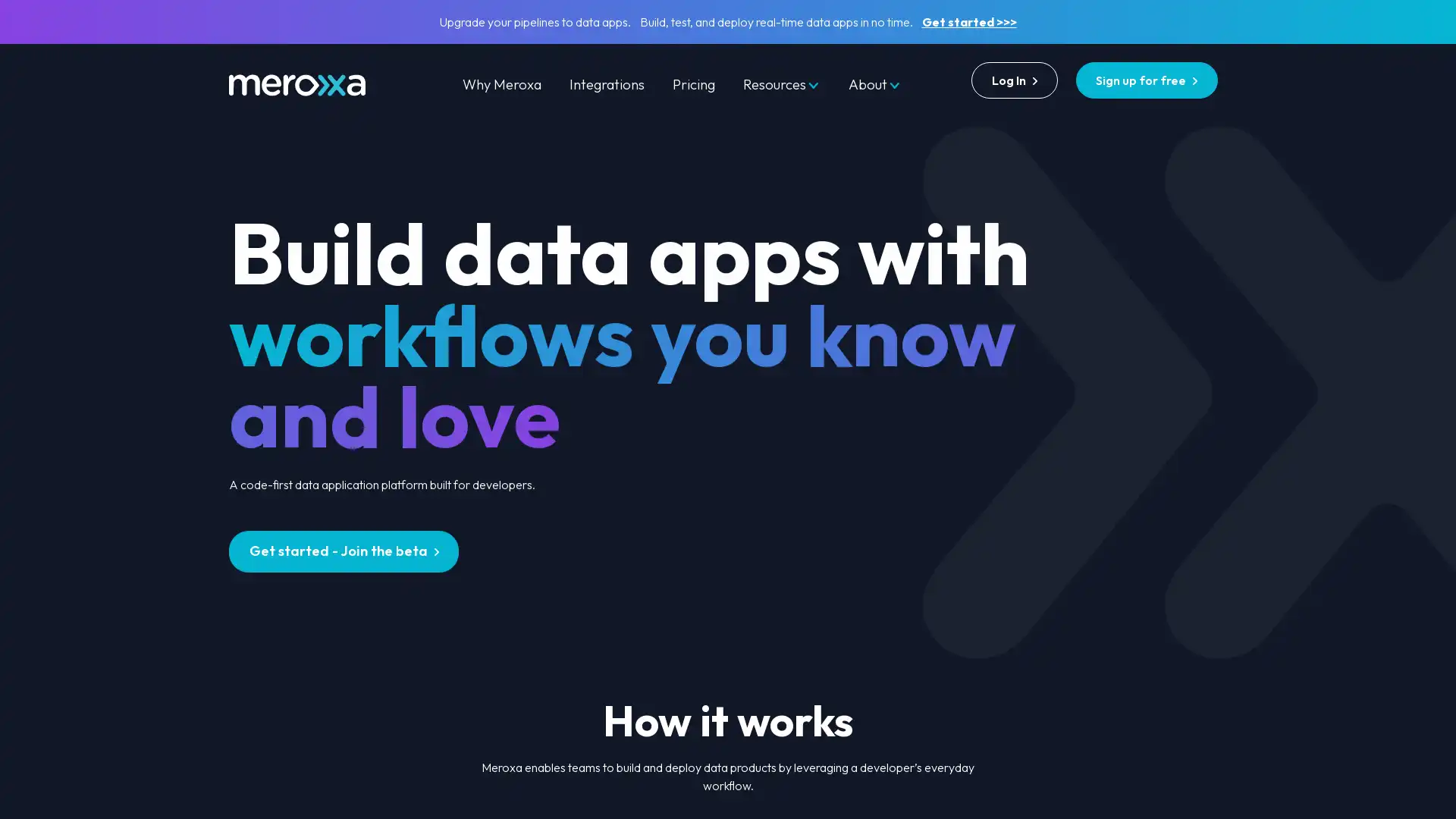 The image size is (1456, 819). What do you see at coordinates (781, 84) in the screenshot?
I see `Resources` at bounding box center [781, 84].